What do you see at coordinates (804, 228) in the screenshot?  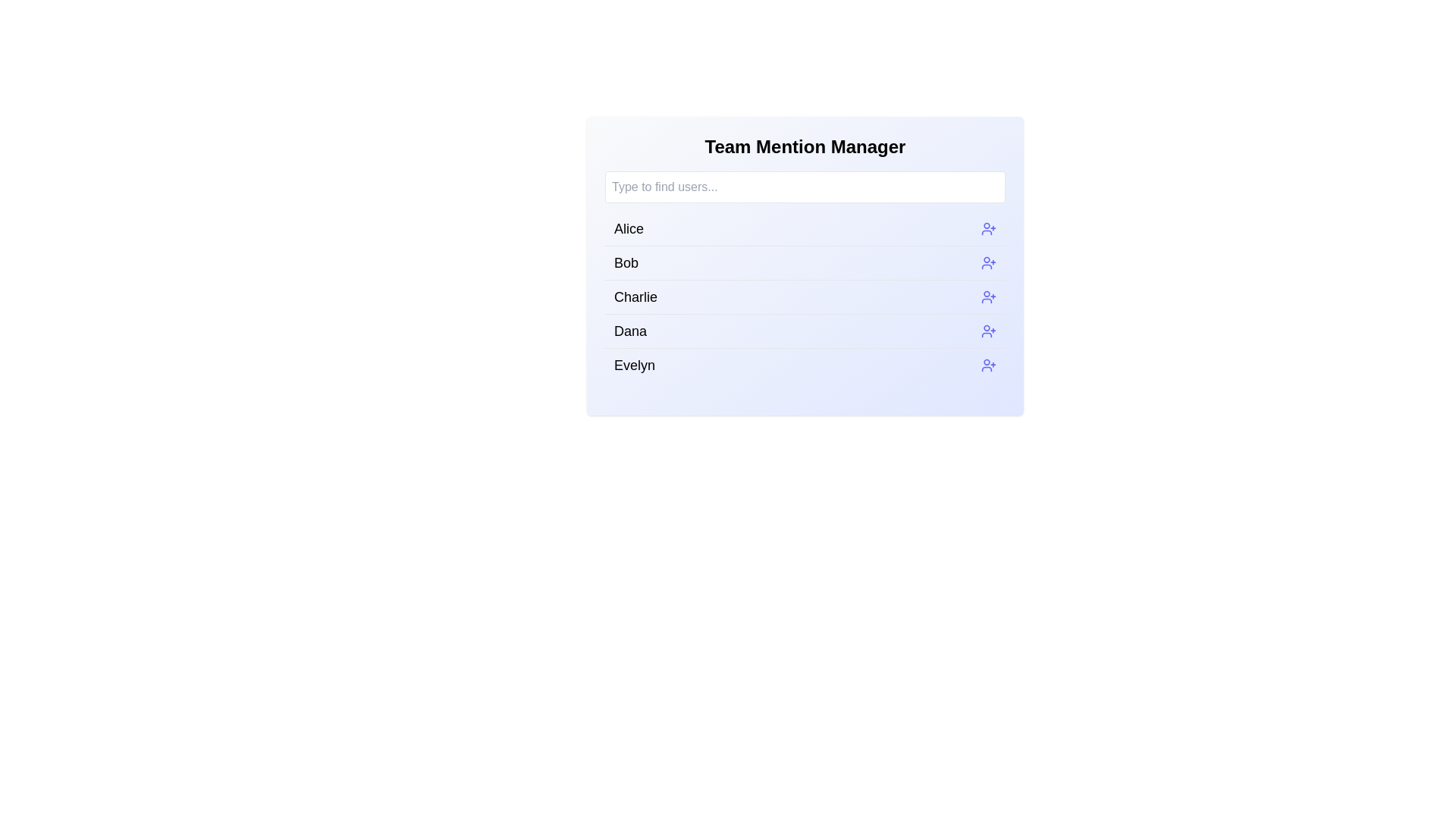 I see `to select the list item representing the user profile named 'Alice' in the Team Mention Manager menu` at bounding box center [804, 228].